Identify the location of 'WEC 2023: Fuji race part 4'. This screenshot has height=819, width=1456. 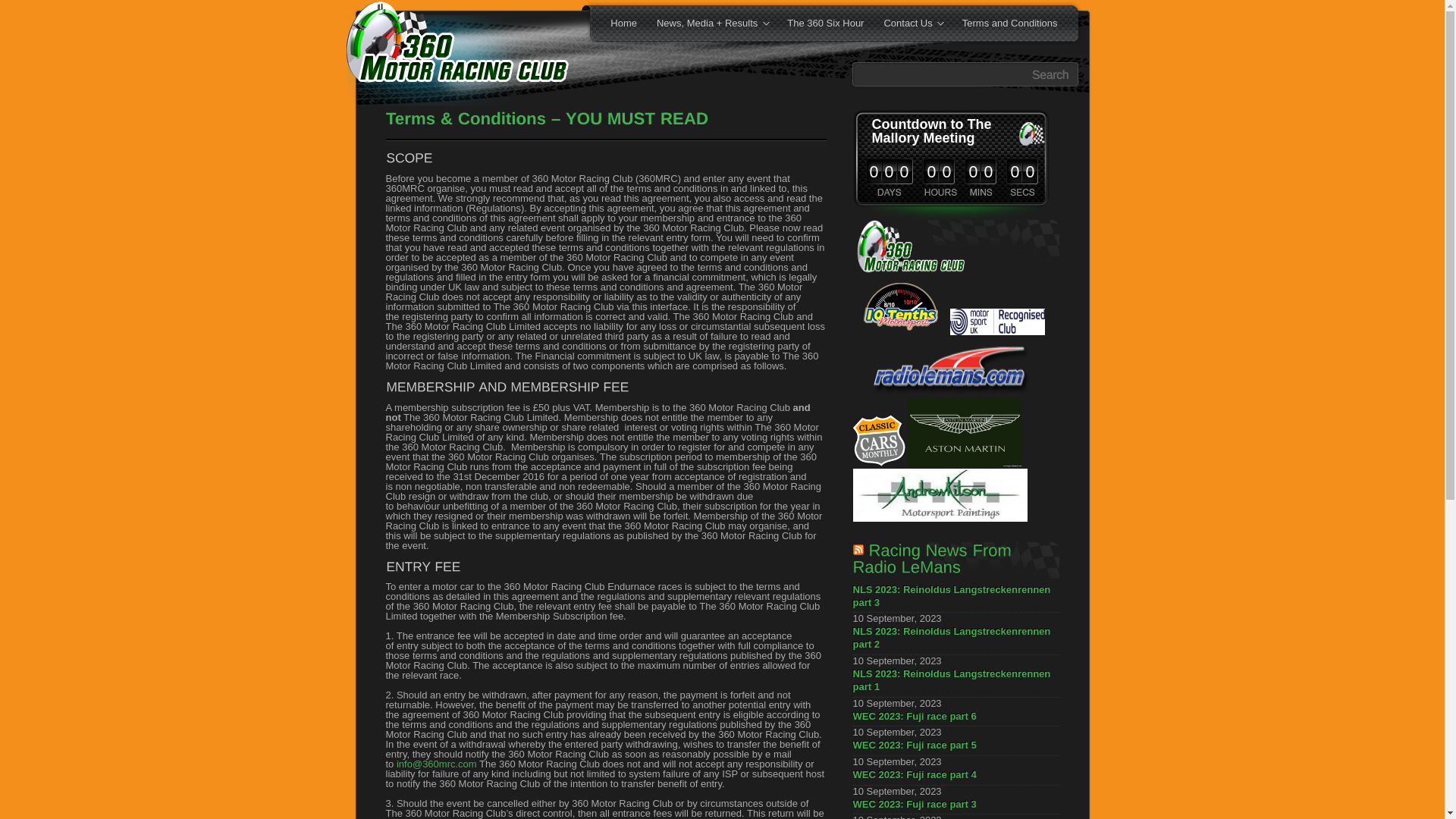
(852, 777).